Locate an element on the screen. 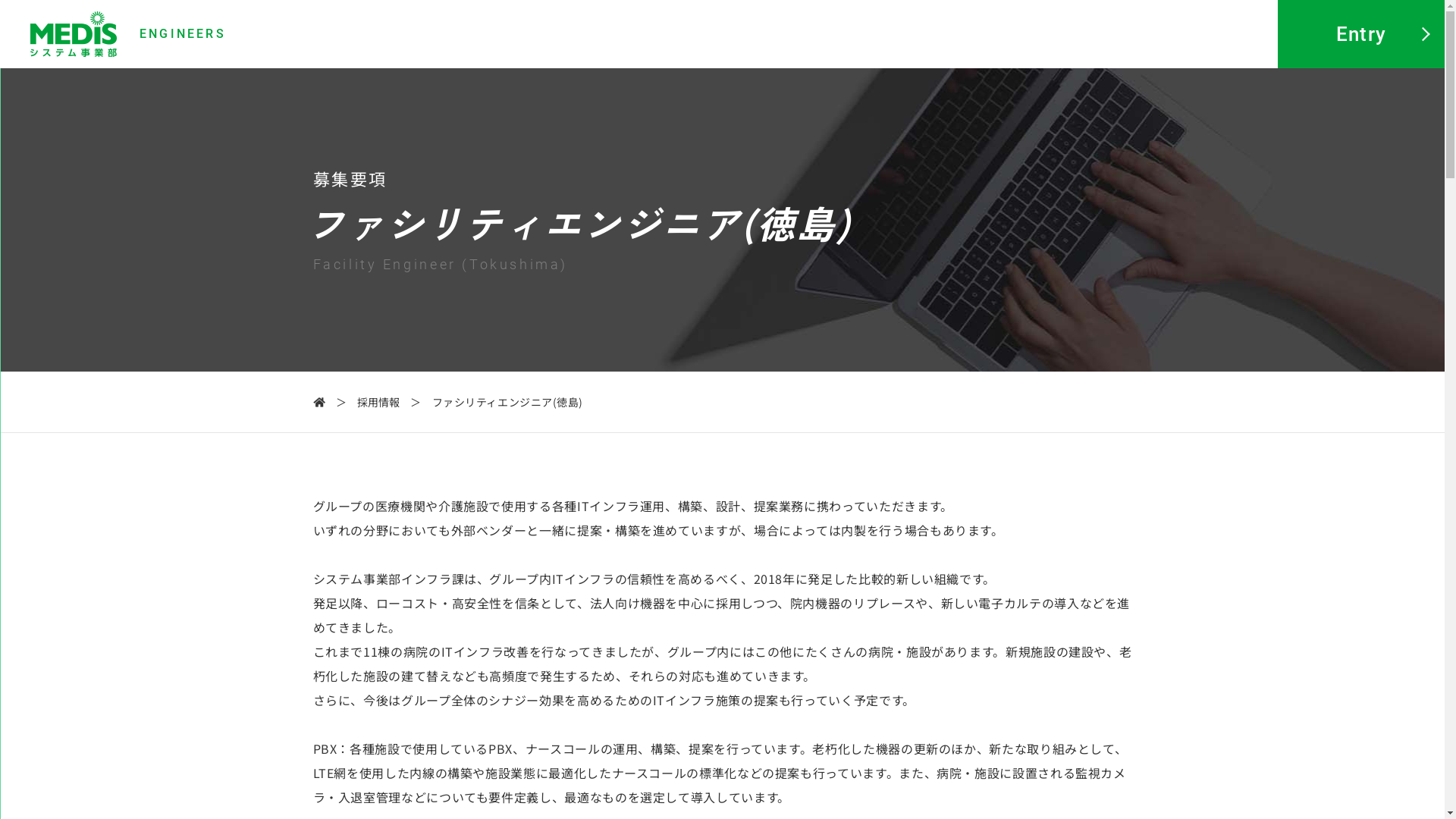  'ENGINEERS' is located at coordinates (127, 34).